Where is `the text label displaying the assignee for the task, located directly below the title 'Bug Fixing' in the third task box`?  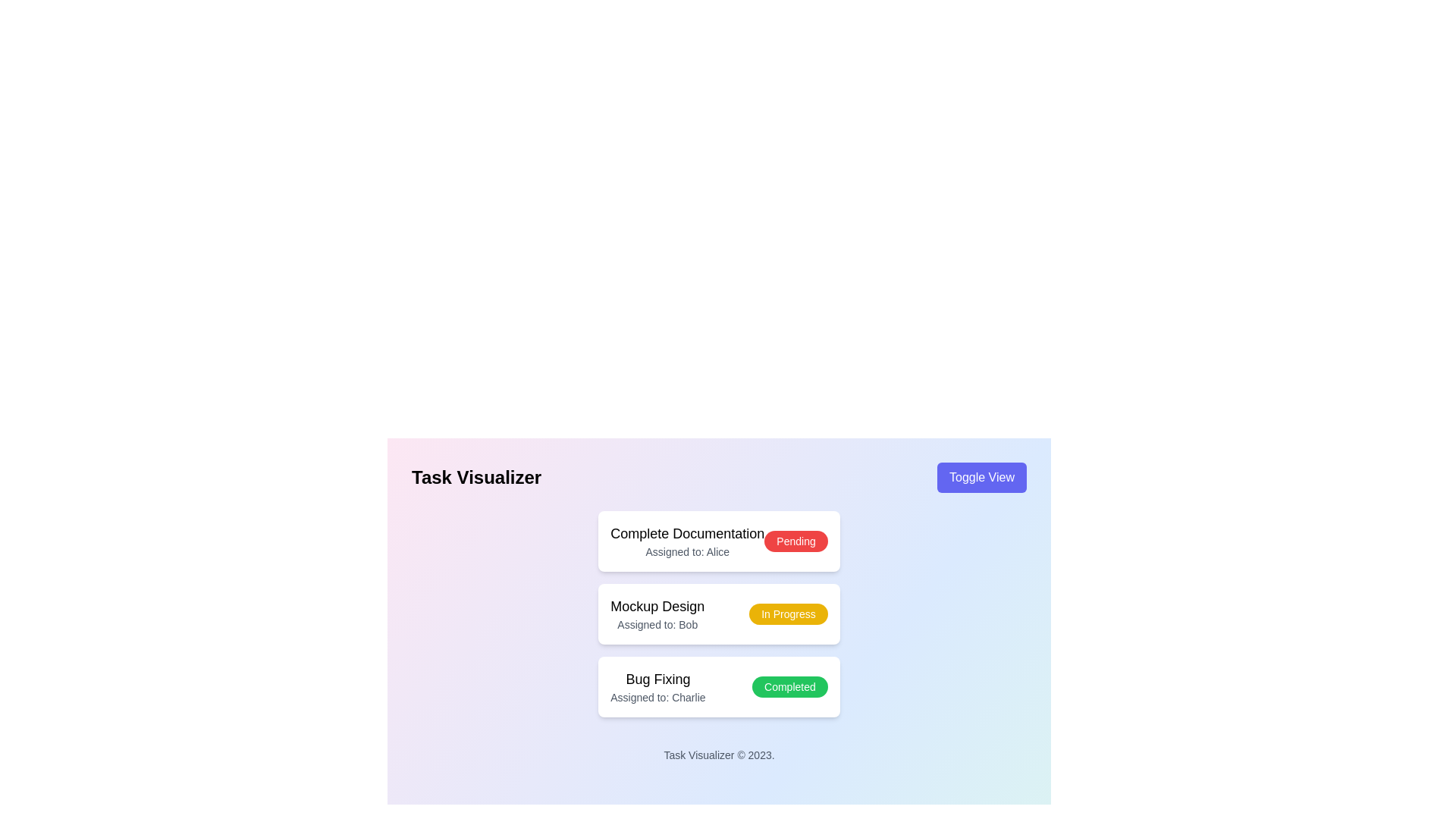
the text label displaying the assignee for the task, located directly below the title 'Bug Fixing' in the third task box is located at coordinates (657, 698).